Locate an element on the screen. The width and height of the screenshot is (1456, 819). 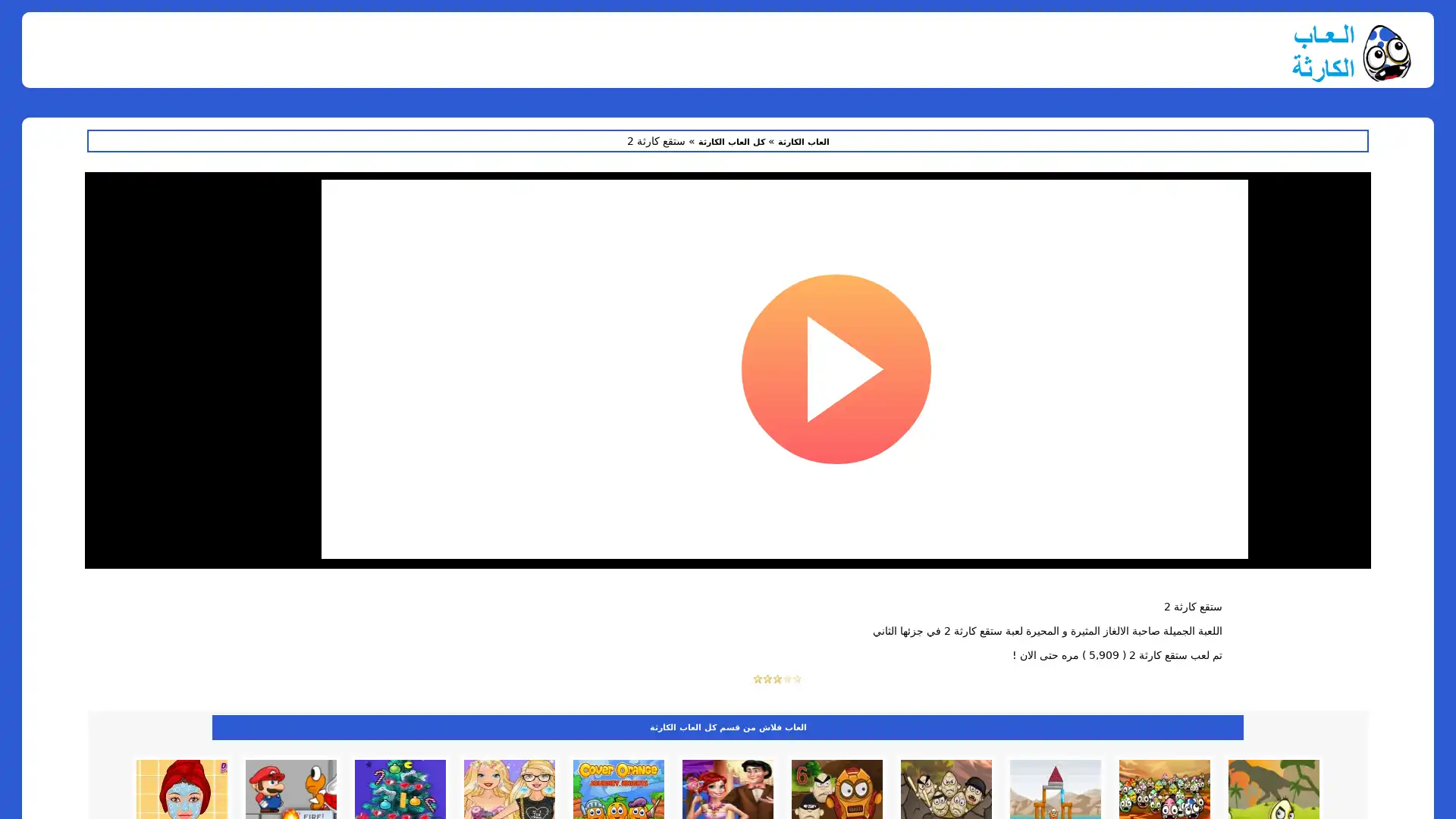
Run anyway is located at coordinates (784, 388).